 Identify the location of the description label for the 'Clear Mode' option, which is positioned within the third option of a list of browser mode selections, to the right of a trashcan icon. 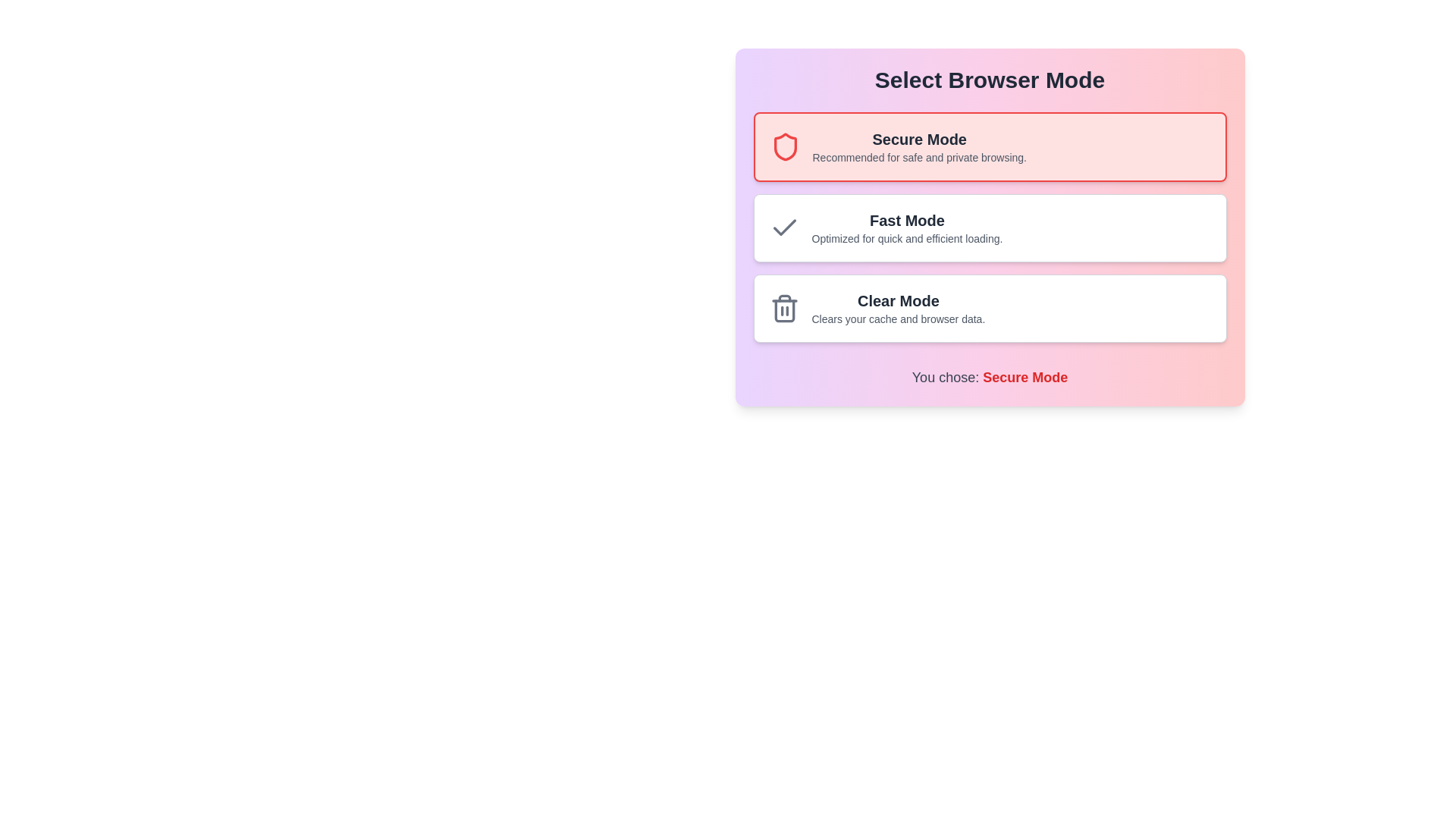
(898, 308).